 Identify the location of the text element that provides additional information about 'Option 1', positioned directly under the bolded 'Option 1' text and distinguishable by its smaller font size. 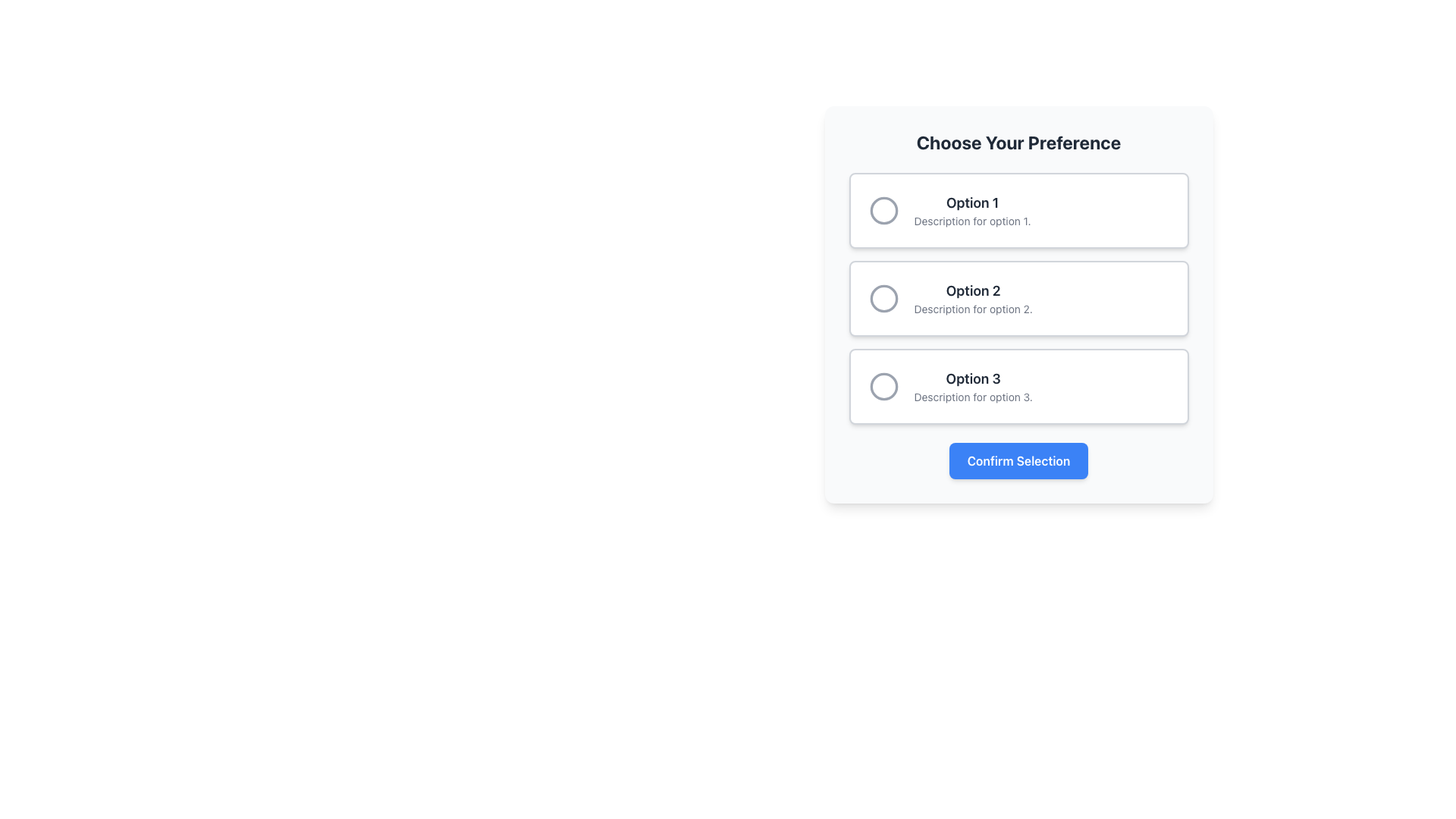
(972, 221).